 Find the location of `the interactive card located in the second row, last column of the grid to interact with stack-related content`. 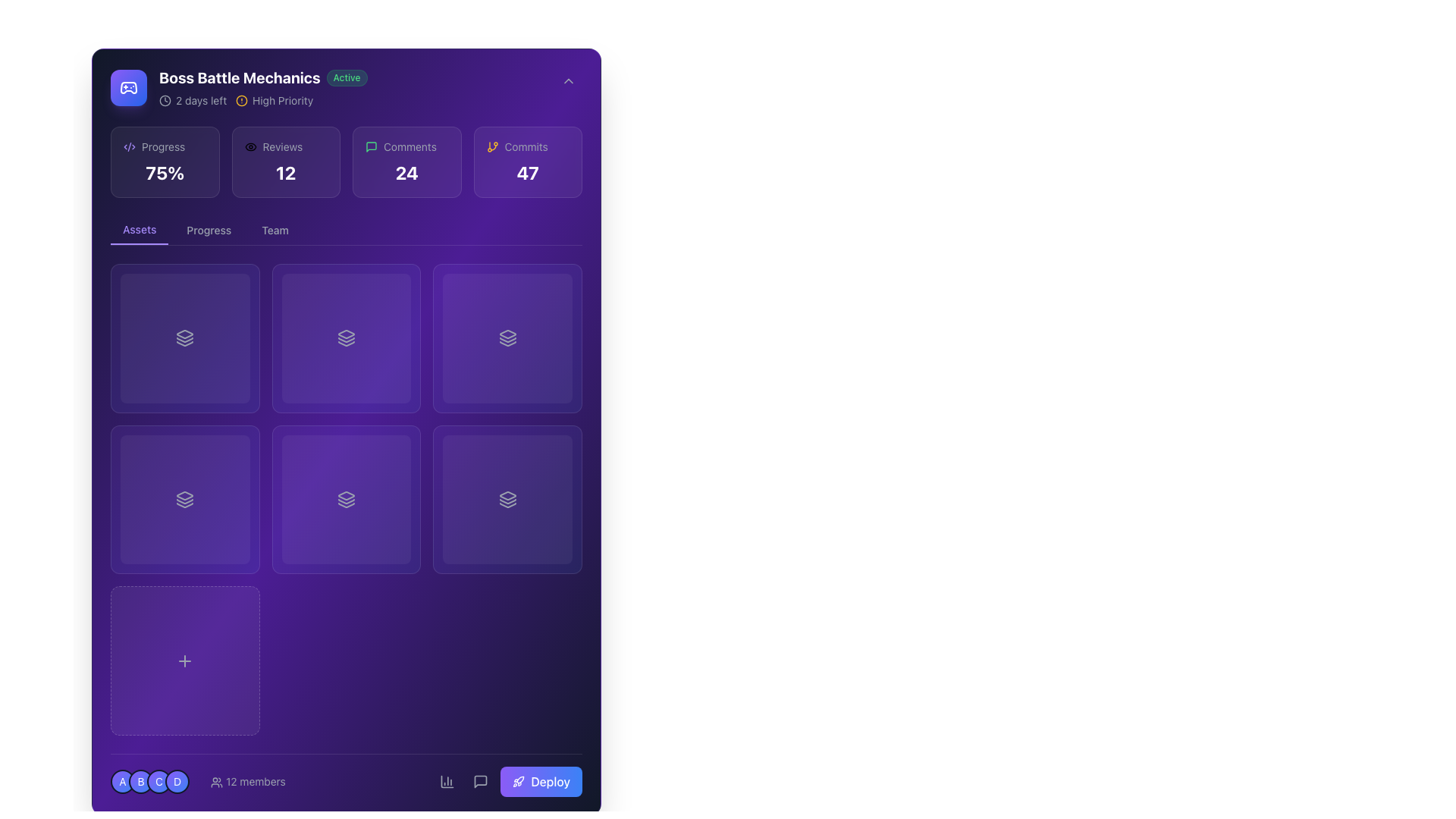

the interactive card located in the second row, last column of the grid to interact with stack-related content is located at coordinates (507, 337).